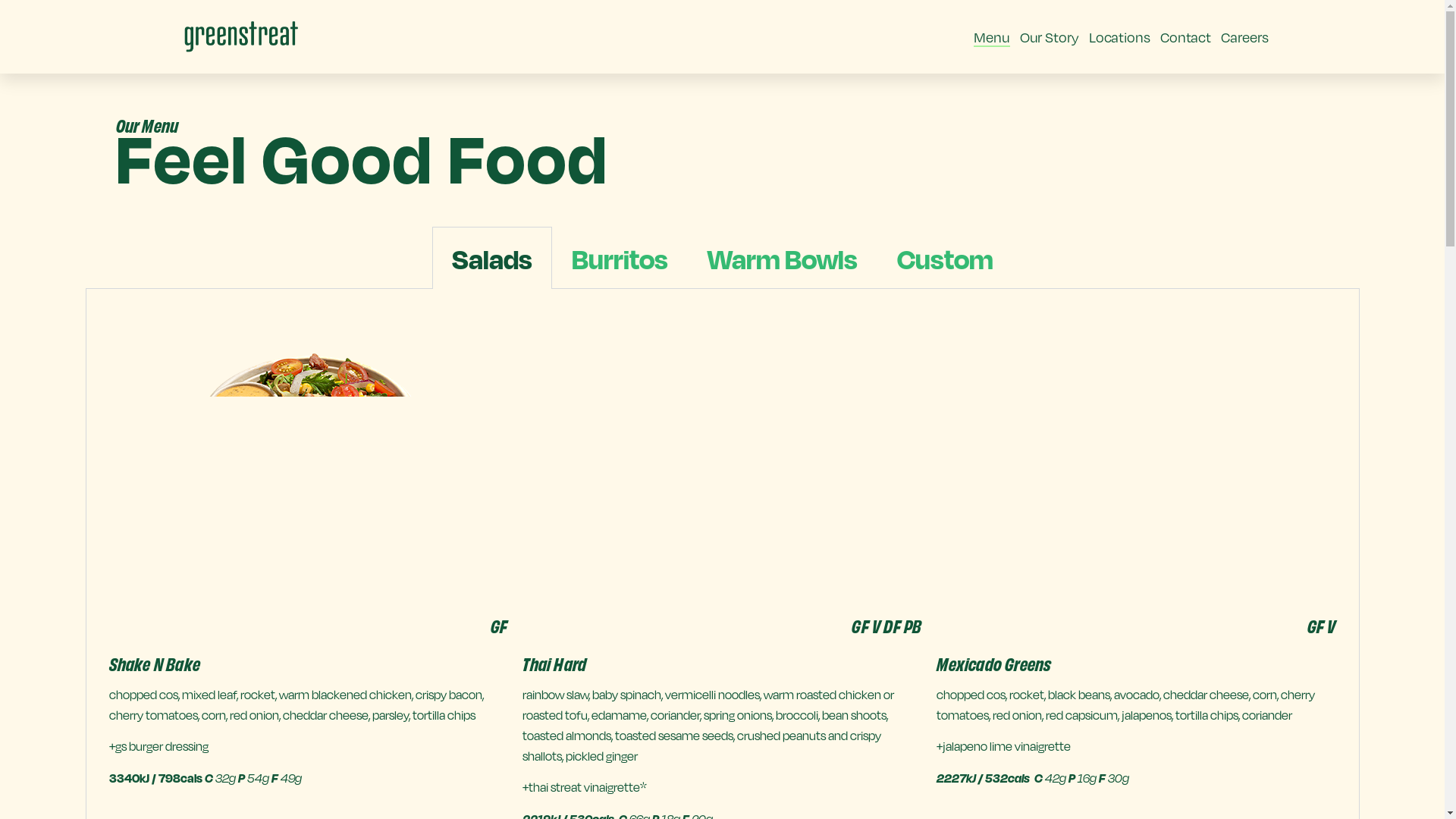  What do you see at coordinates (1048, 36) in the screenshot?
I see `'Our Story'` at bounding box center [1048, 36].